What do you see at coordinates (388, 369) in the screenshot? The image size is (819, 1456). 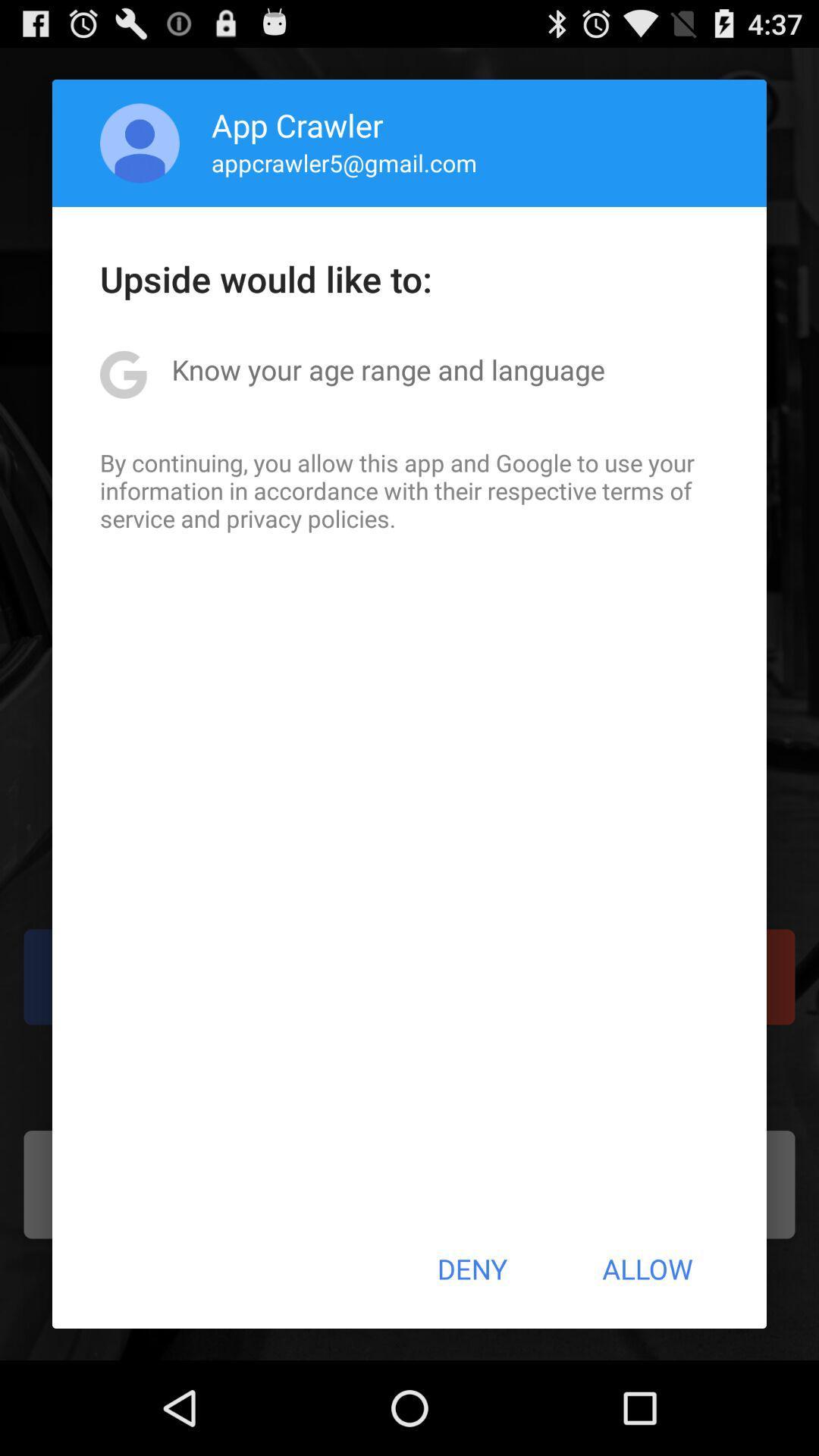 I see `item below upside would like app` at bounding box center [388, 369].